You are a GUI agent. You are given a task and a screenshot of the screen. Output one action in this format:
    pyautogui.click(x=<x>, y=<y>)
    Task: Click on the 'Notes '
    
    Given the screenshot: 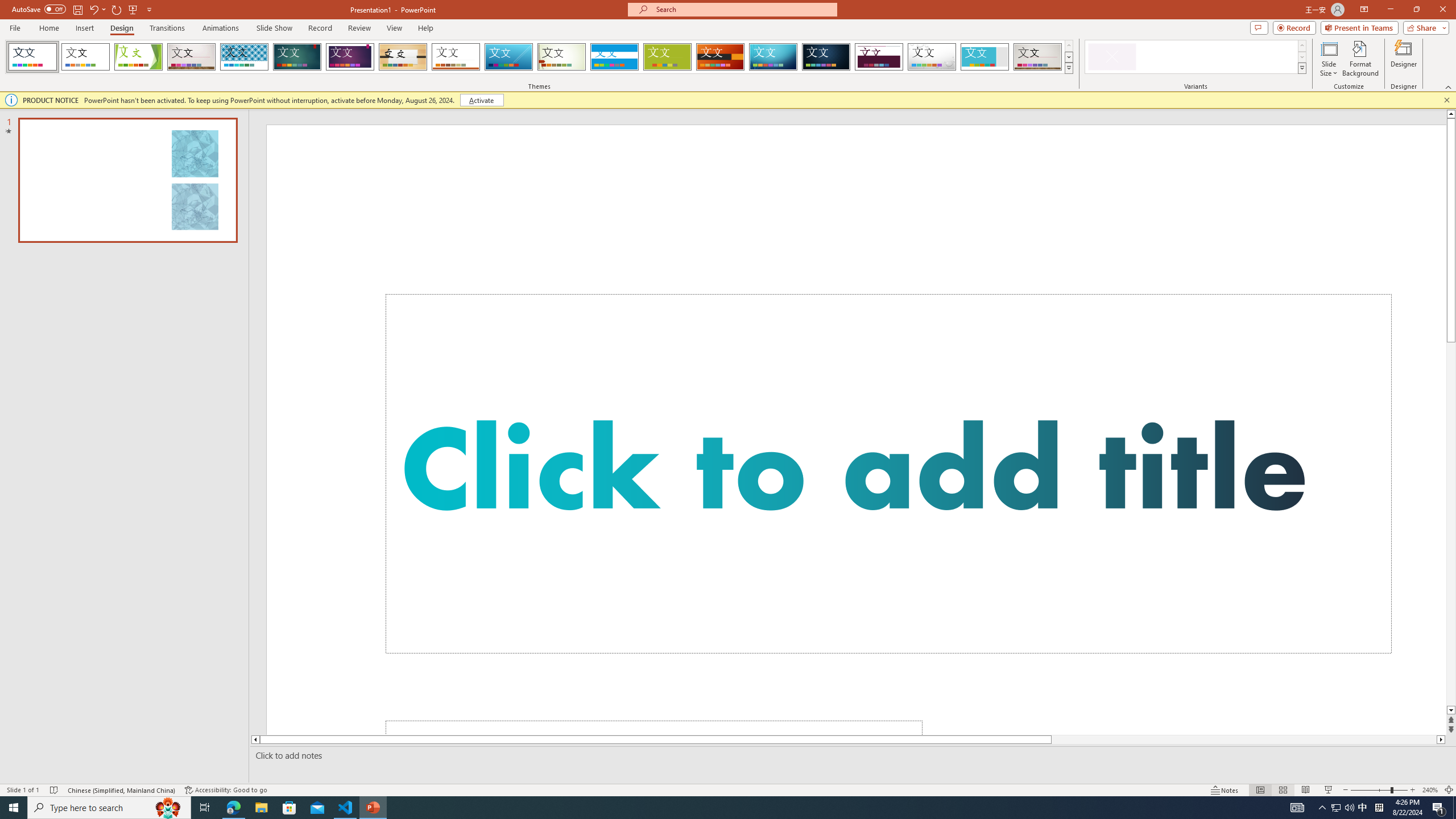 What is the action you would take?
    pyautogui.click(x=1225, y=790)
    